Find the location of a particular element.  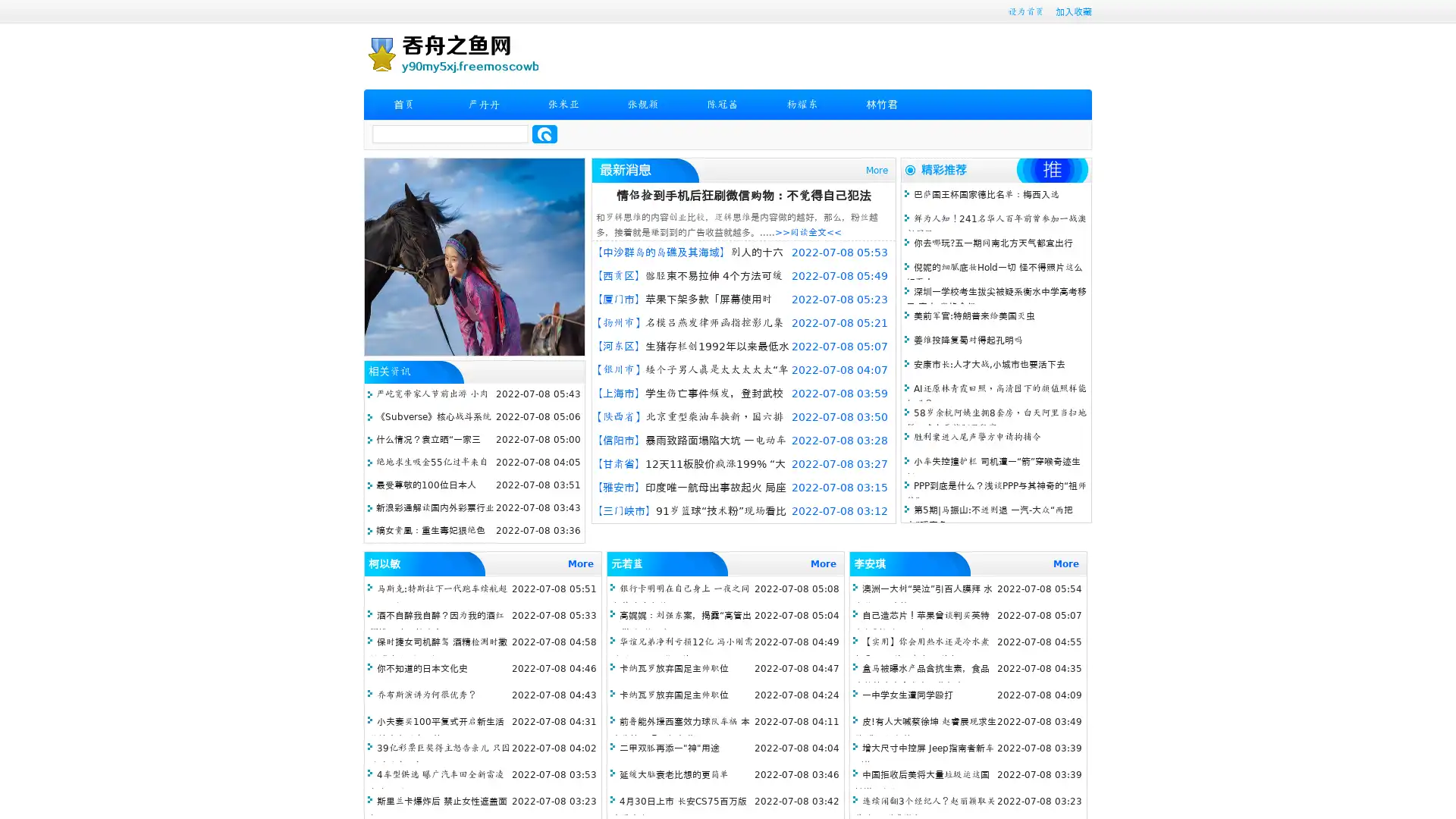

Search is located at coordinates (544, 133).